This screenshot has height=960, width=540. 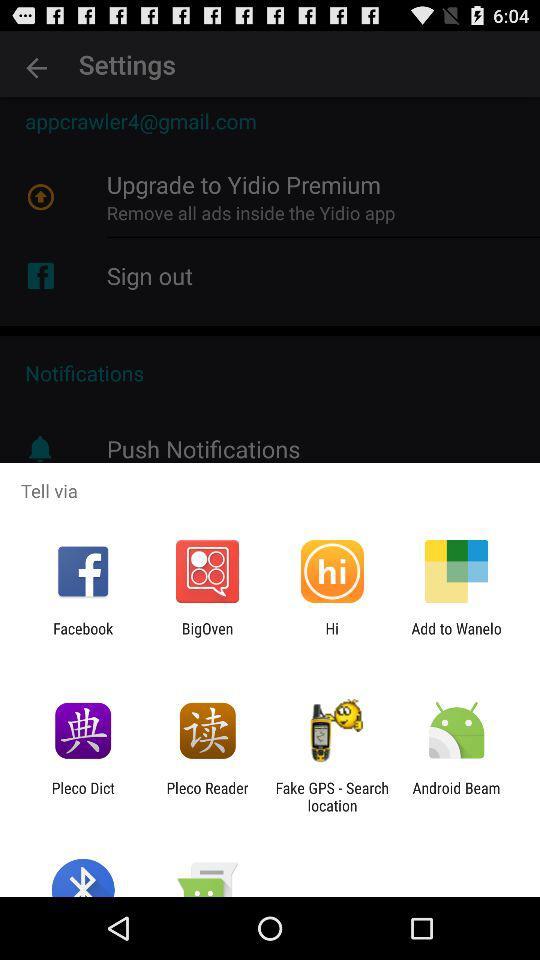 I want to click on hi icon, so click(x=332, y=636).